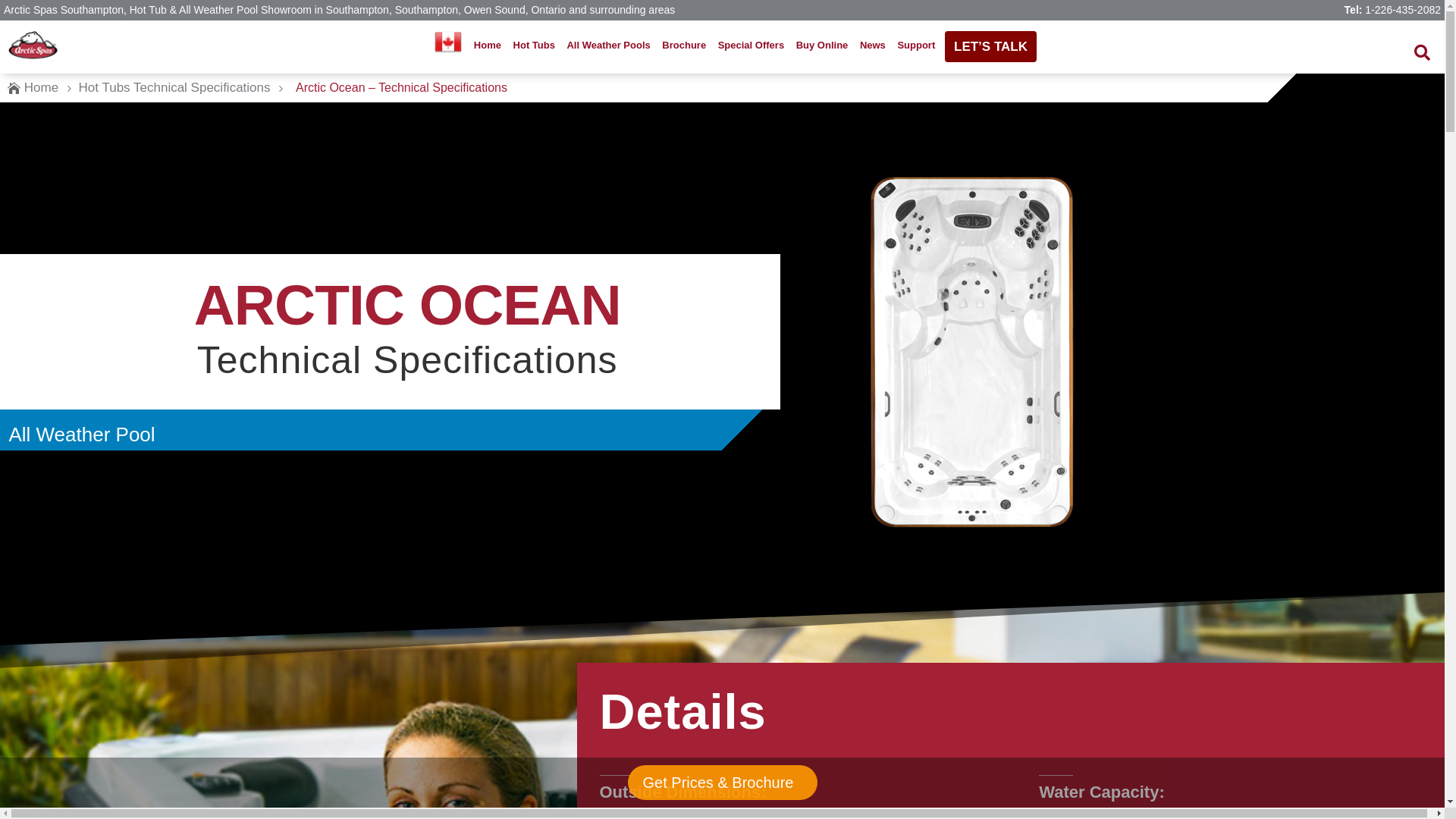 The image size is (1456, 819). I want to click on 'Home', so click(488, 44).